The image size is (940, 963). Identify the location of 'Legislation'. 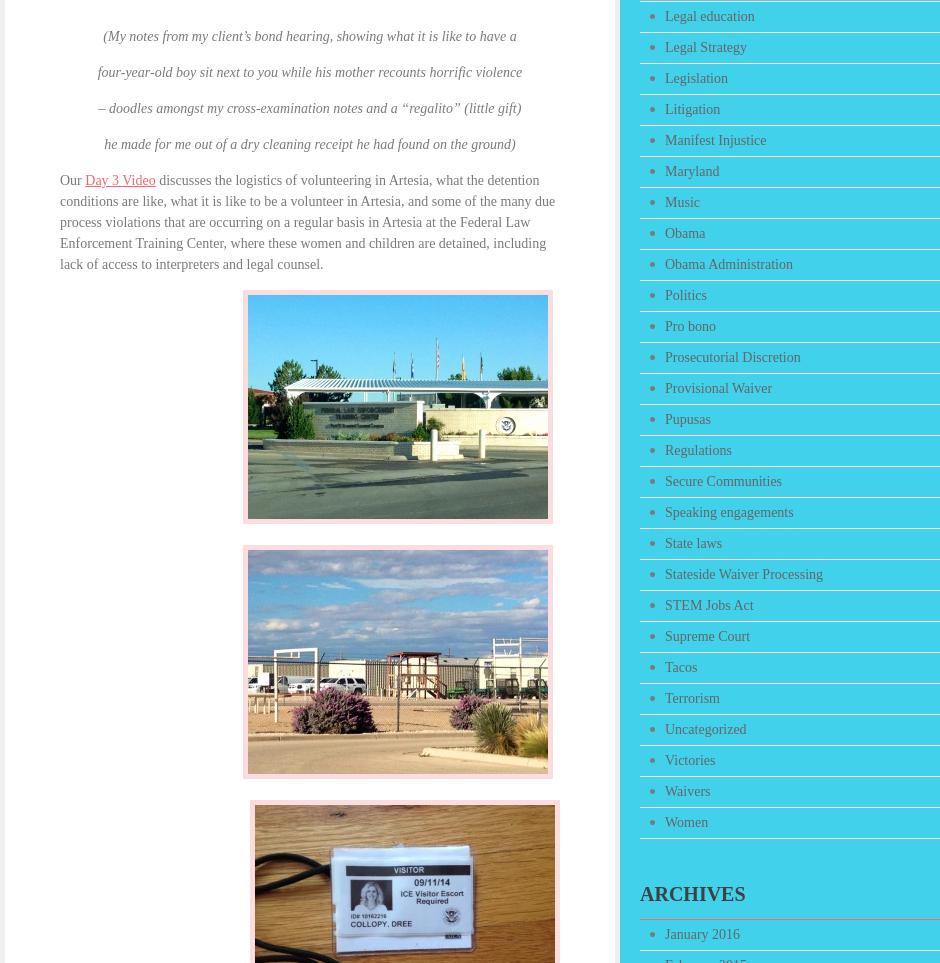
(695, 78).